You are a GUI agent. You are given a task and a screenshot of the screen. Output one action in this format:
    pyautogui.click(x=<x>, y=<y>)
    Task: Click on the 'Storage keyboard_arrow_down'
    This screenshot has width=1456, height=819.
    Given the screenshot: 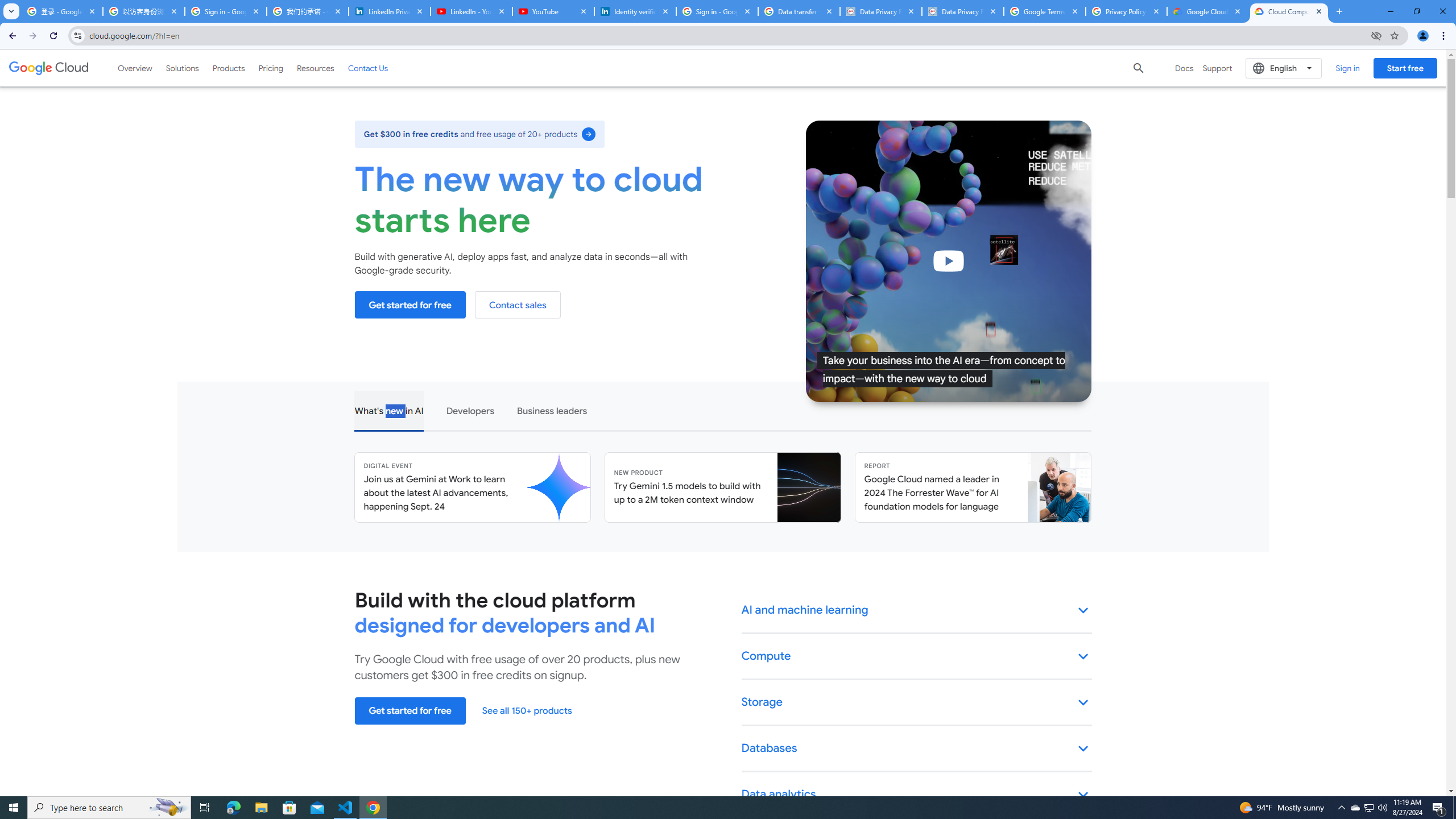 What is the action you would take?
    pyautogui.click(x=916, y=703)
    